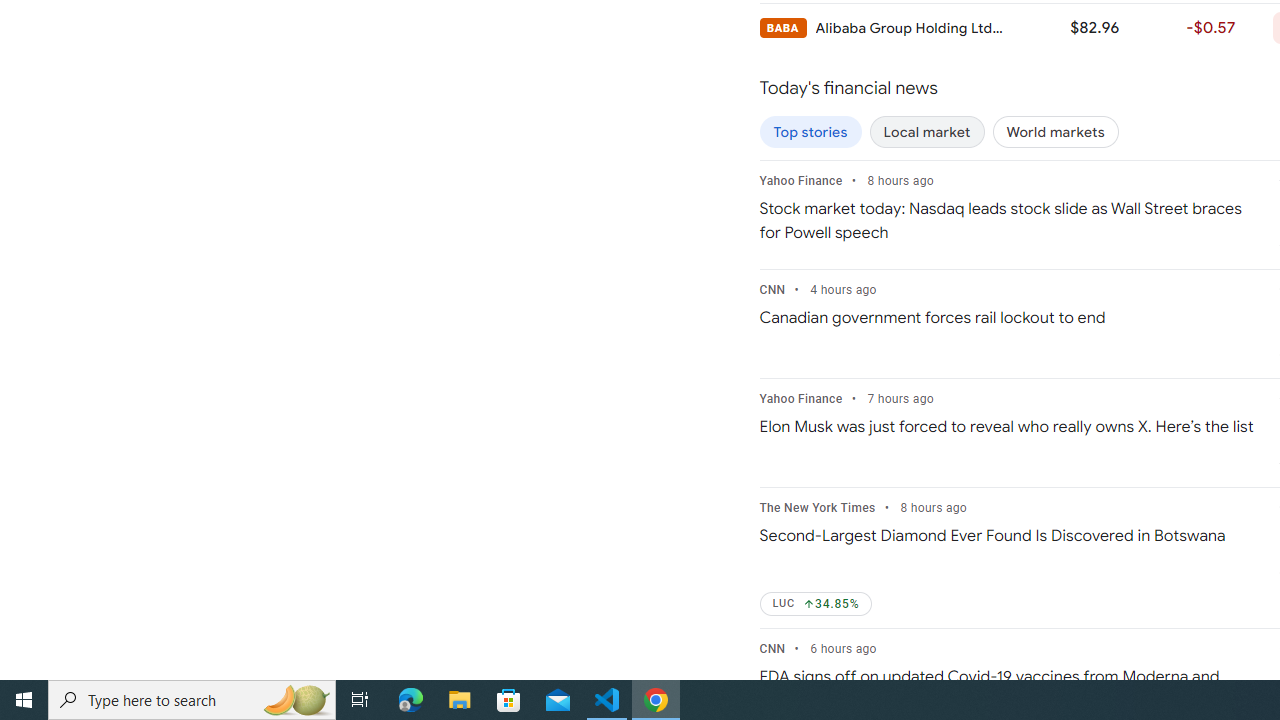  I want to click on 'Top stories', so click(810, 132).